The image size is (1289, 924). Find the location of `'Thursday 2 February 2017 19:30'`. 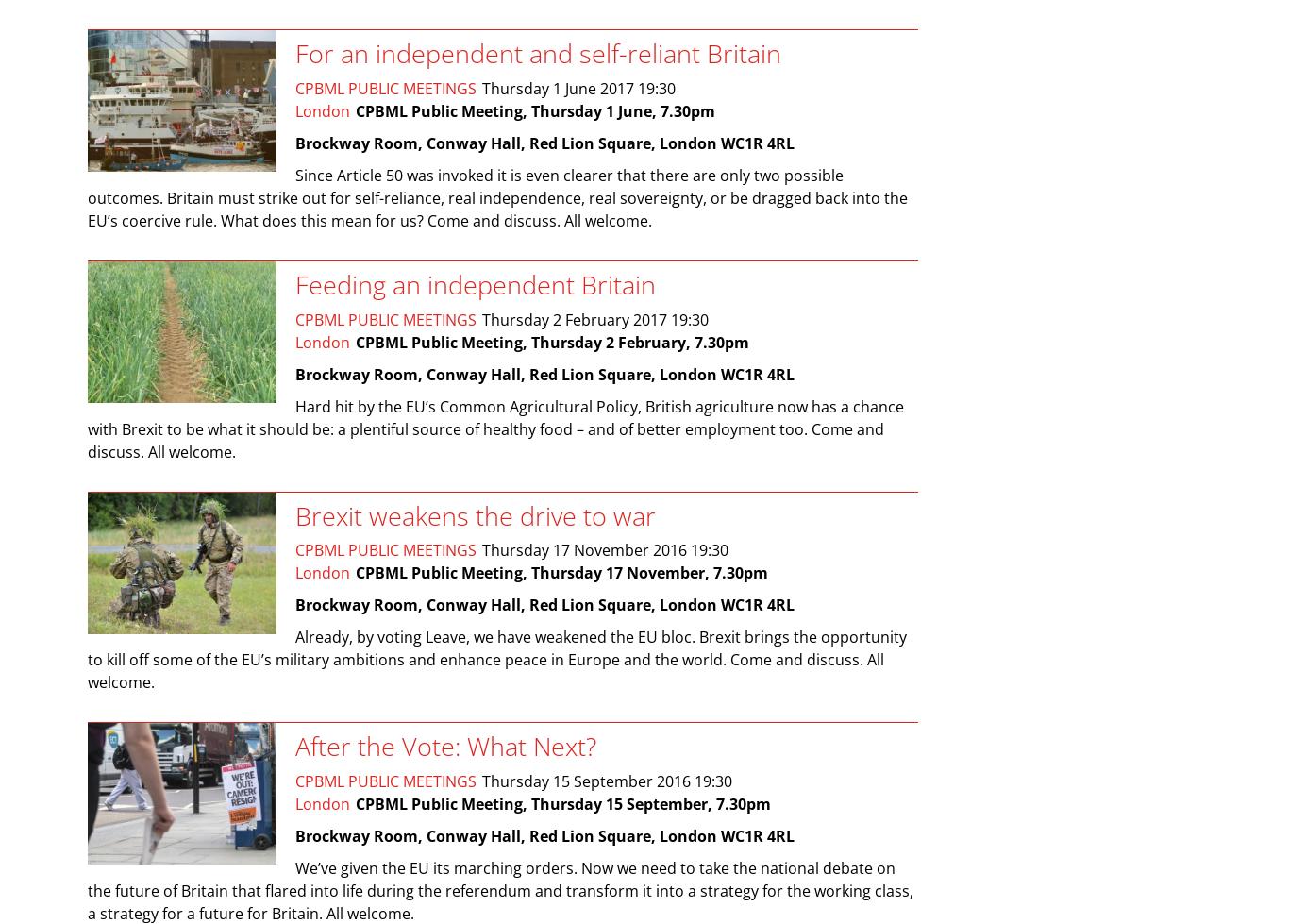

'Thursday 2 February 2017 19:30' is located at coordinates (482, 319).